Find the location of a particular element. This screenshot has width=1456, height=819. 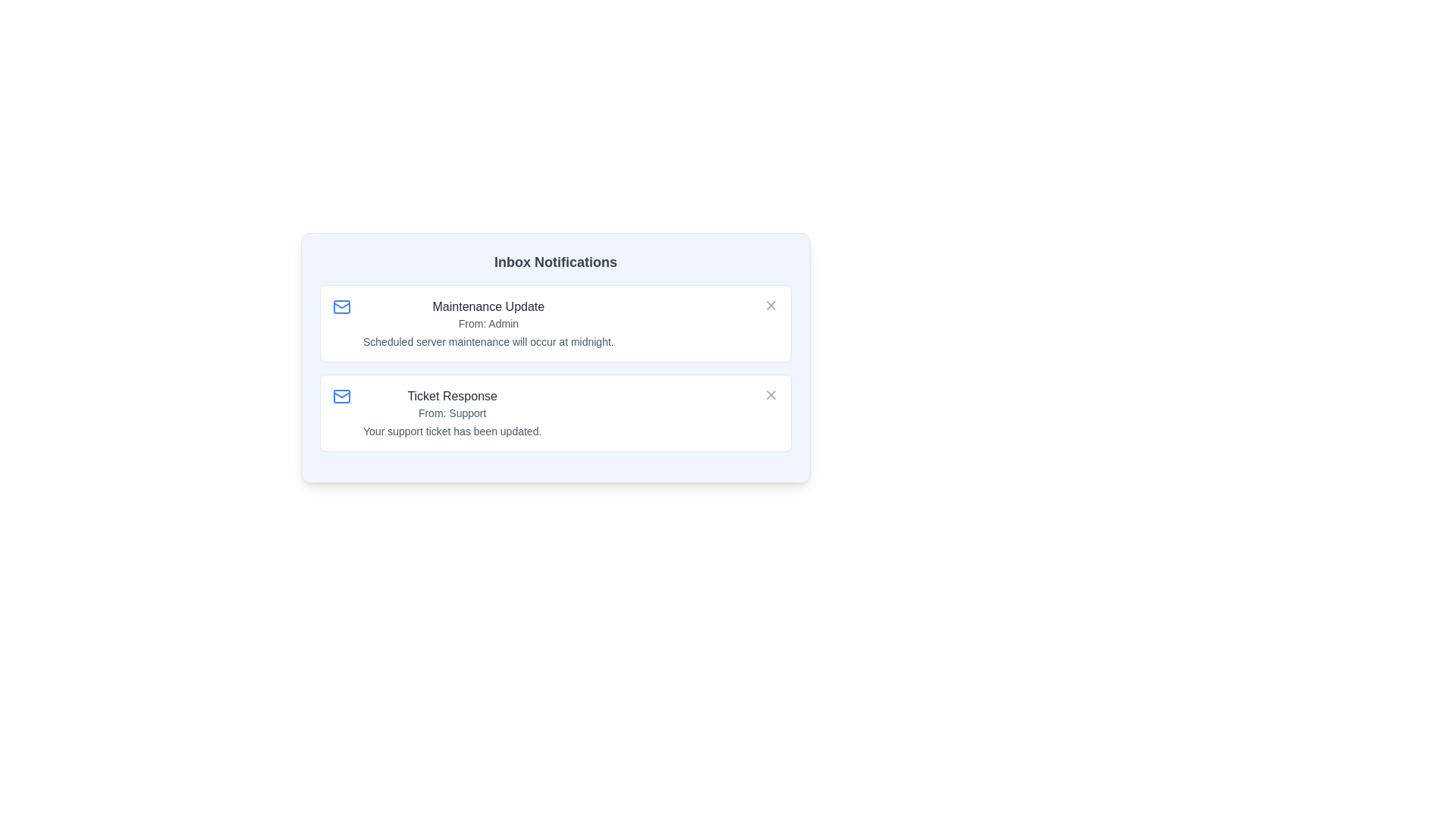

the 'X' button of the notification with subject Ticket Response is located at coordinates (771, 394).